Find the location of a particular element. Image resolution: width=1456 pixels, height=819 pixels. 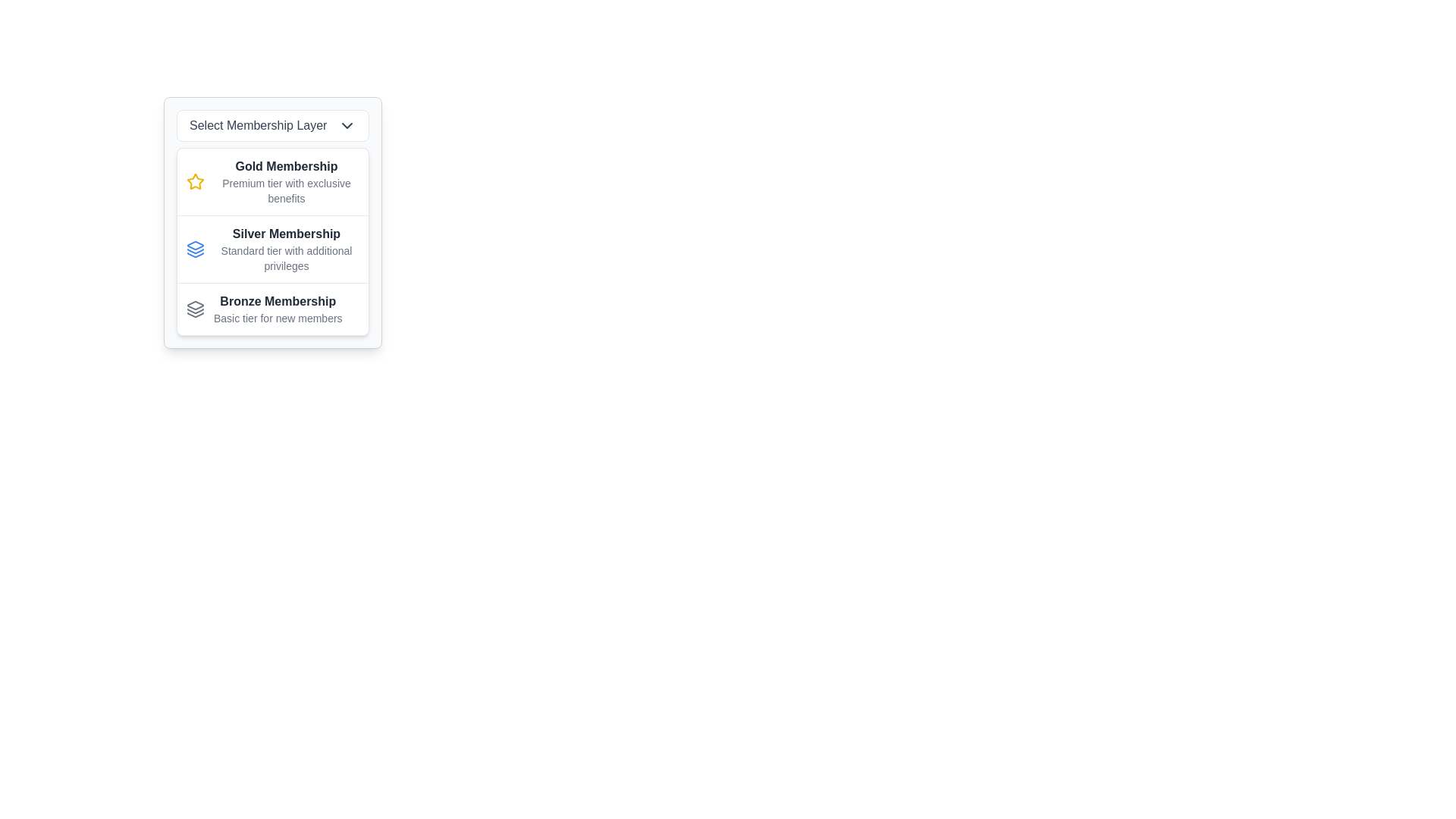

the text label displaying 'Premium tier with exclusive benefits', which is styled in a smaller gray font and positioned directly beneath the 'Gold Membership' heading is located at coordinates (287, 190).